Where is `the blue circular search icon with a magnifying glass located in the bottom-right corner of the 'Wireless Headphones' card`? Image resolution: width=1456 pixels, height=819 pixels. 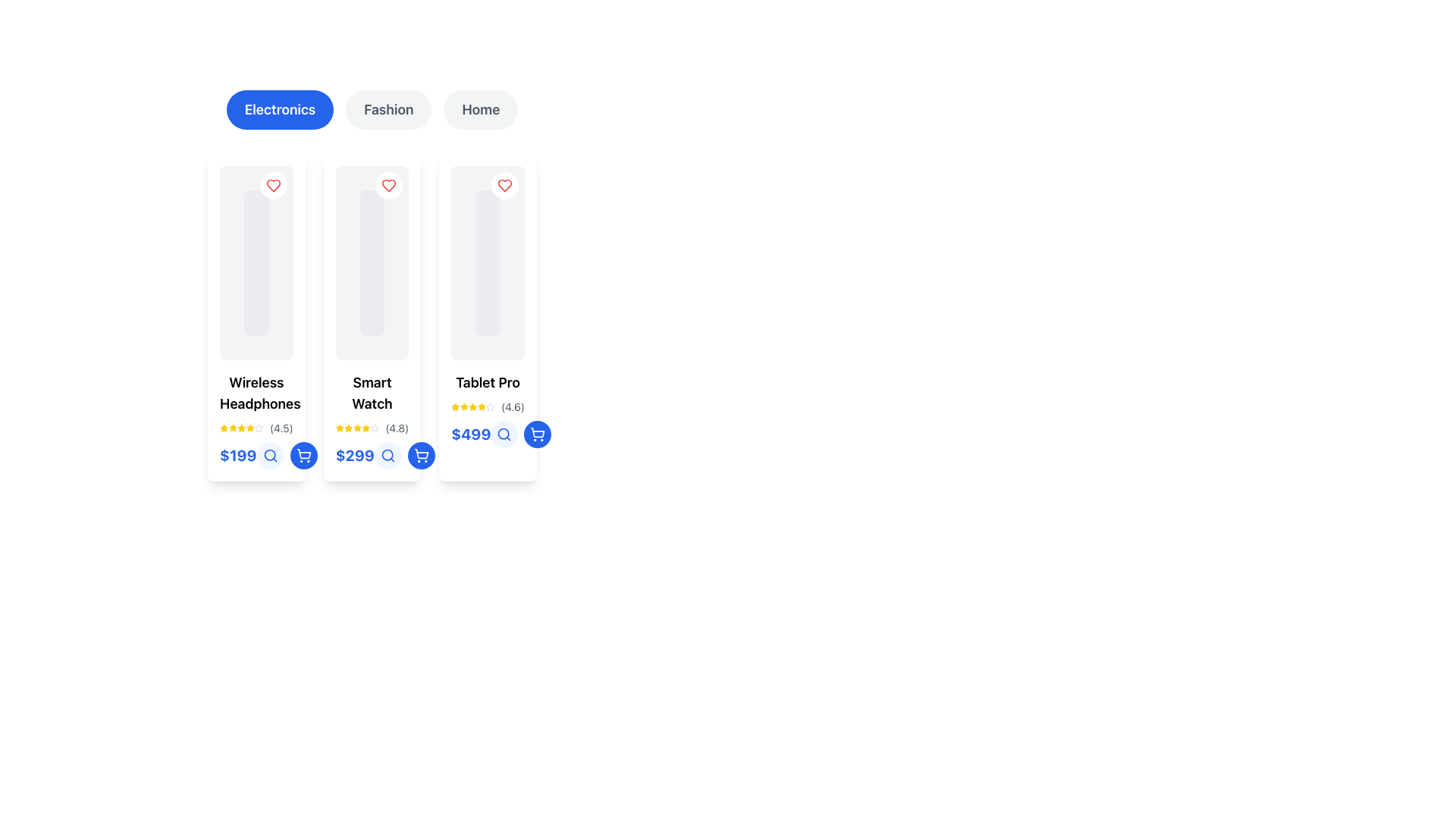 the blue circular search icon with a magnifying glass located in the bottom-right corner of the 'Wireless Headphones' card is located at coordinates (270, 455).